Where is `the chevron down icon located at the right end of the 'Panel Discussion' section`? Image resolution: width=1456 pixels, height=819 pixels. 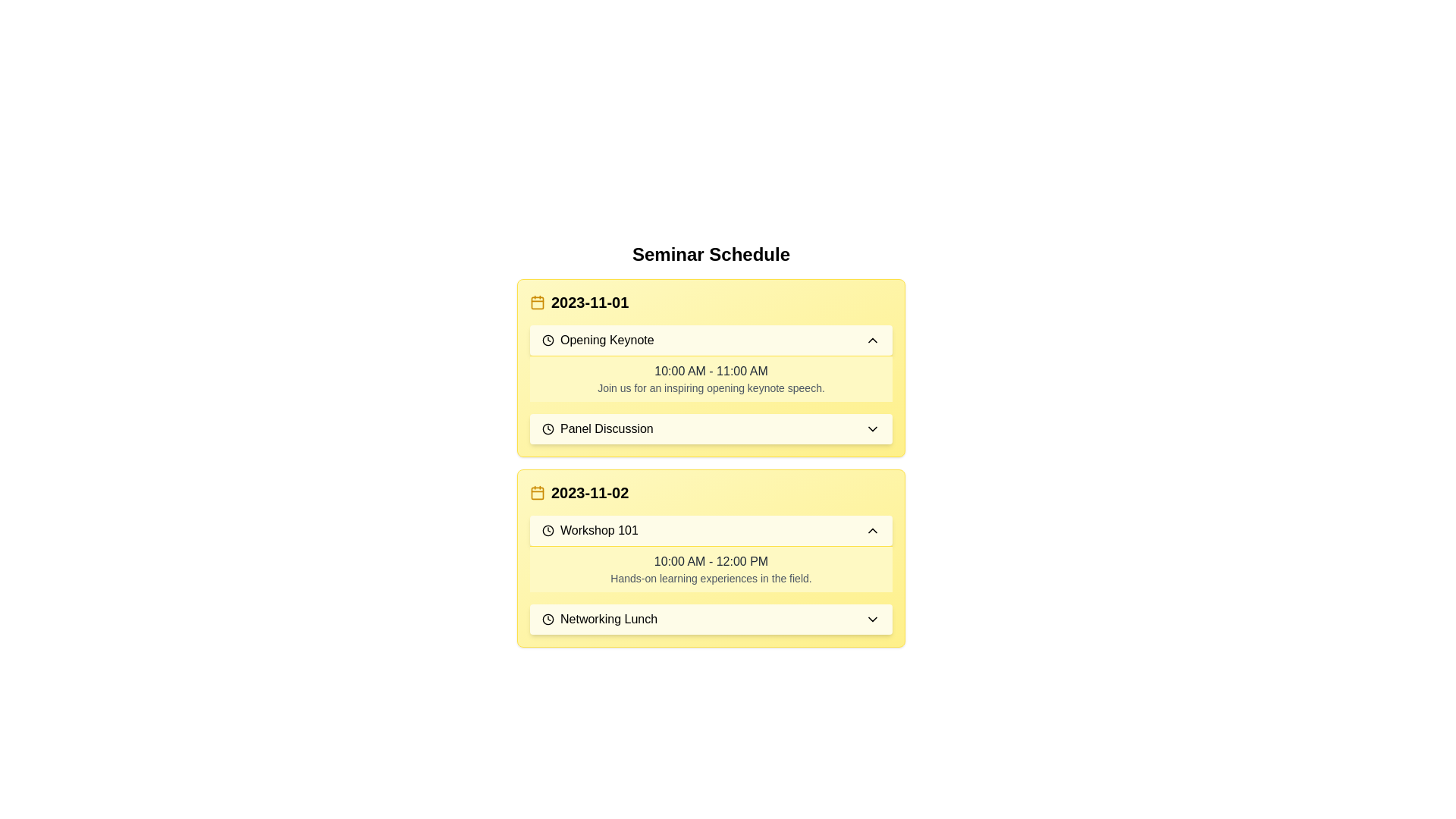 the chevron down icon located at the right end of the 'Panel Discussion' section is located at coordinates (873, 429).